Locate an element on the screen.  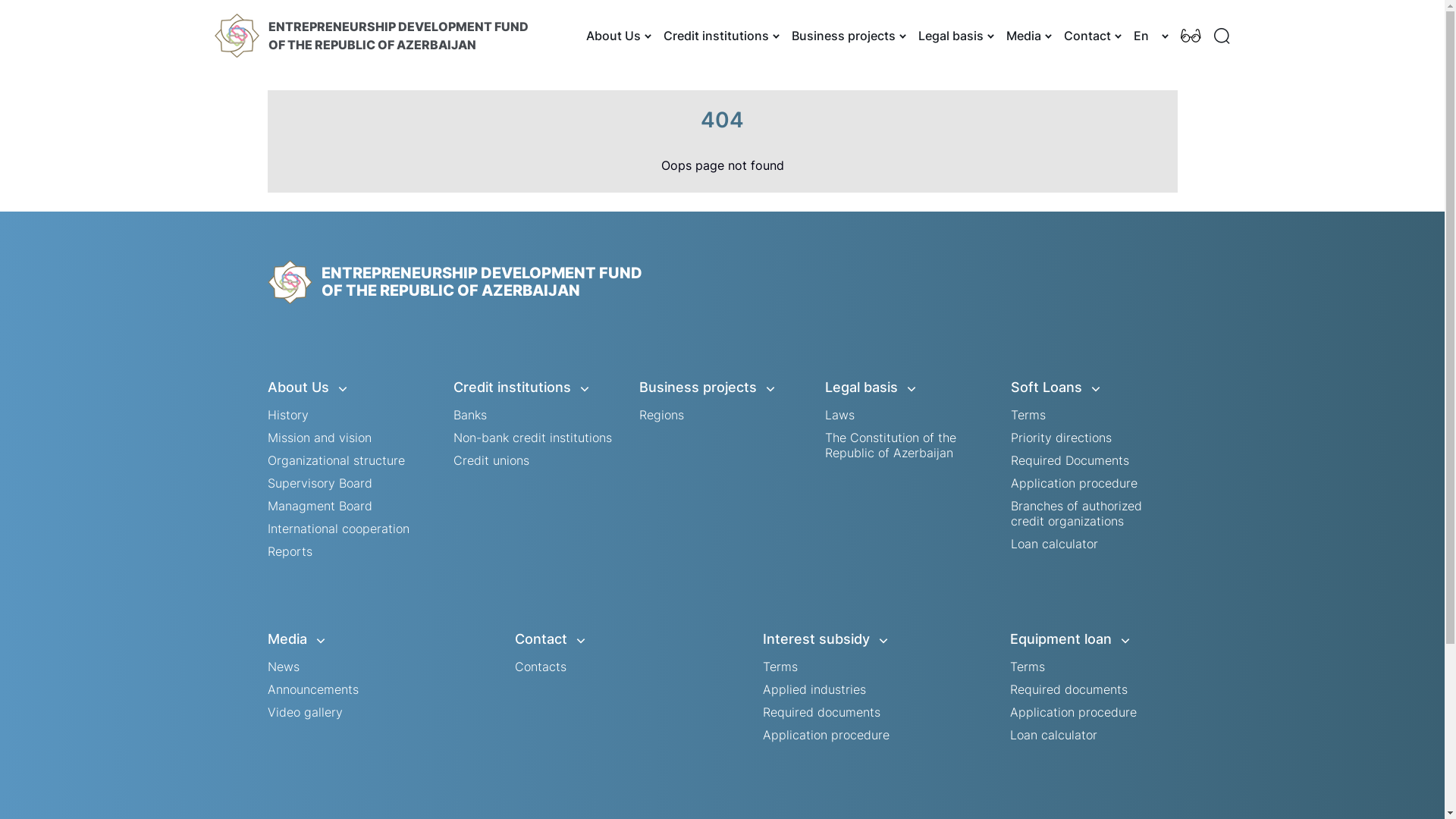
'News' is located at coordinates (283, 666).